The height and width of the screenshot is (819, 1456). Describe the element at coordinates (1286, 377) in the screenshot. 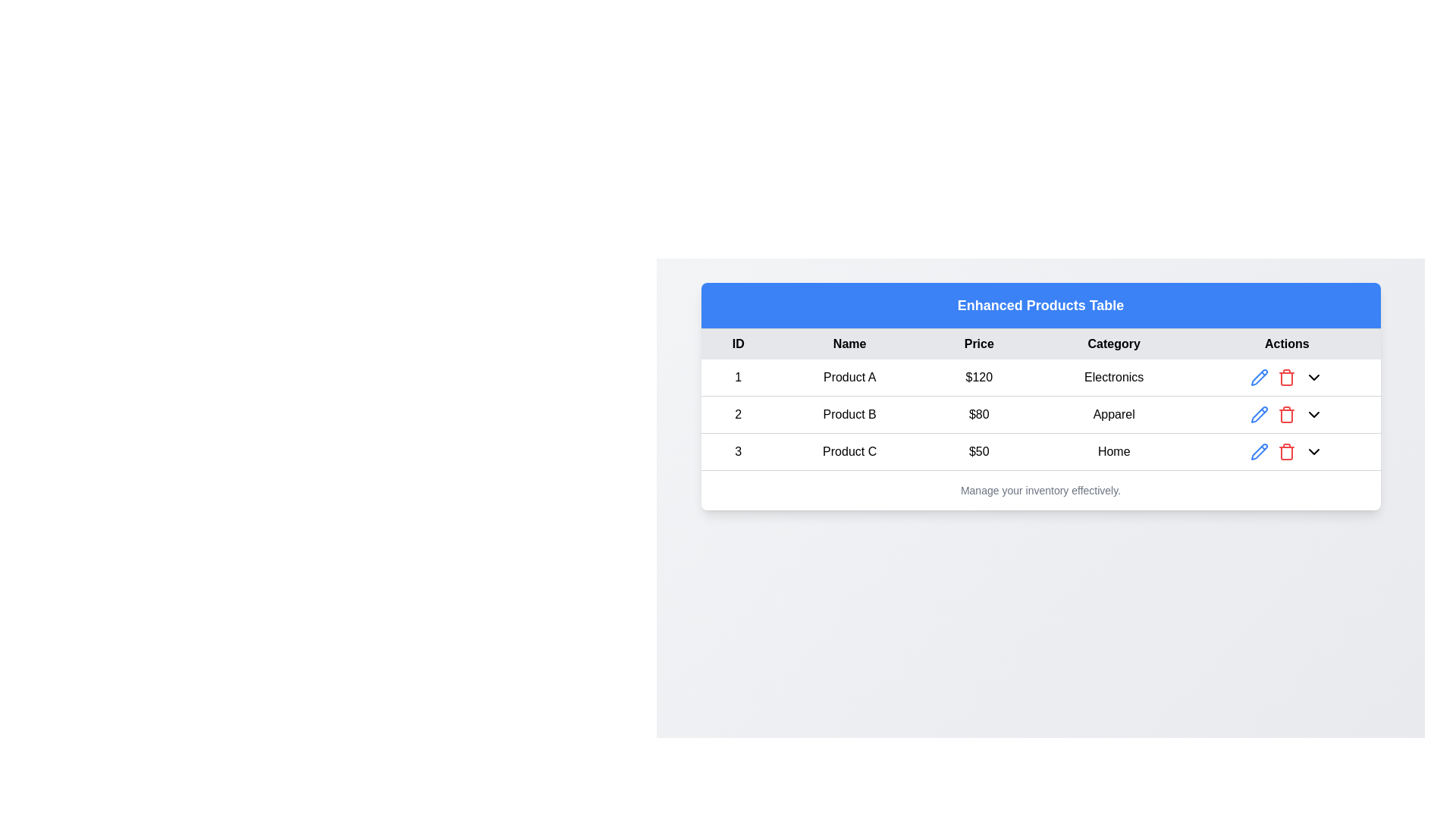

I see `the delete icon button located in the 'Actions' column of the first row of the table` at that location.